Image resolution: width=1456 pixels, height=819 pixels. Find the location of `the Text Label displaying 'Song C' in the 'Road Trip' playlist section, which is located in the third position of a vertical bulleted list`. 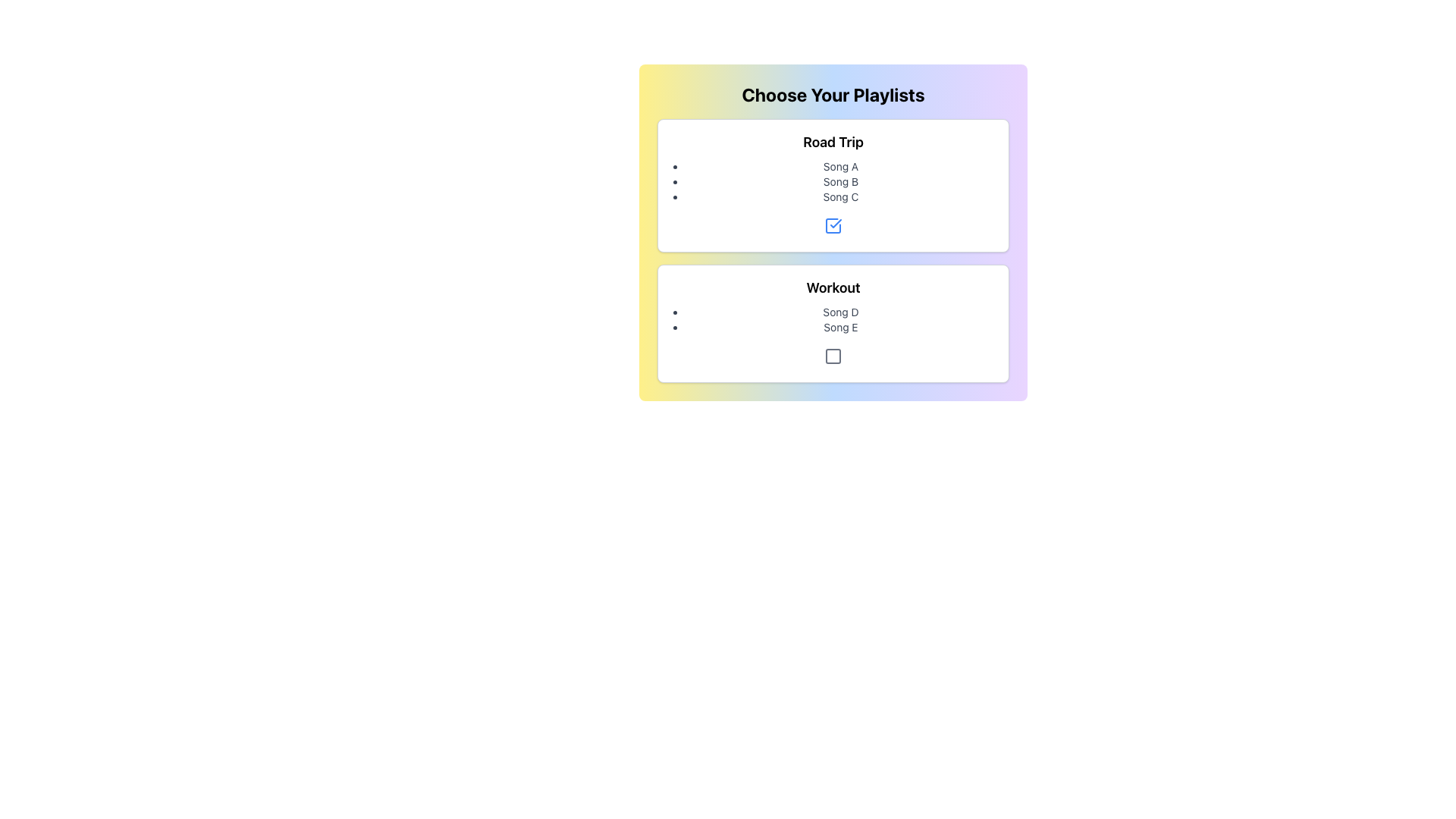

the Text Label displaying 'Song C' in the 'Road Trip' playlist section, which is located in the third position of a vertical bulleted list is located at coordinates (839, 196).